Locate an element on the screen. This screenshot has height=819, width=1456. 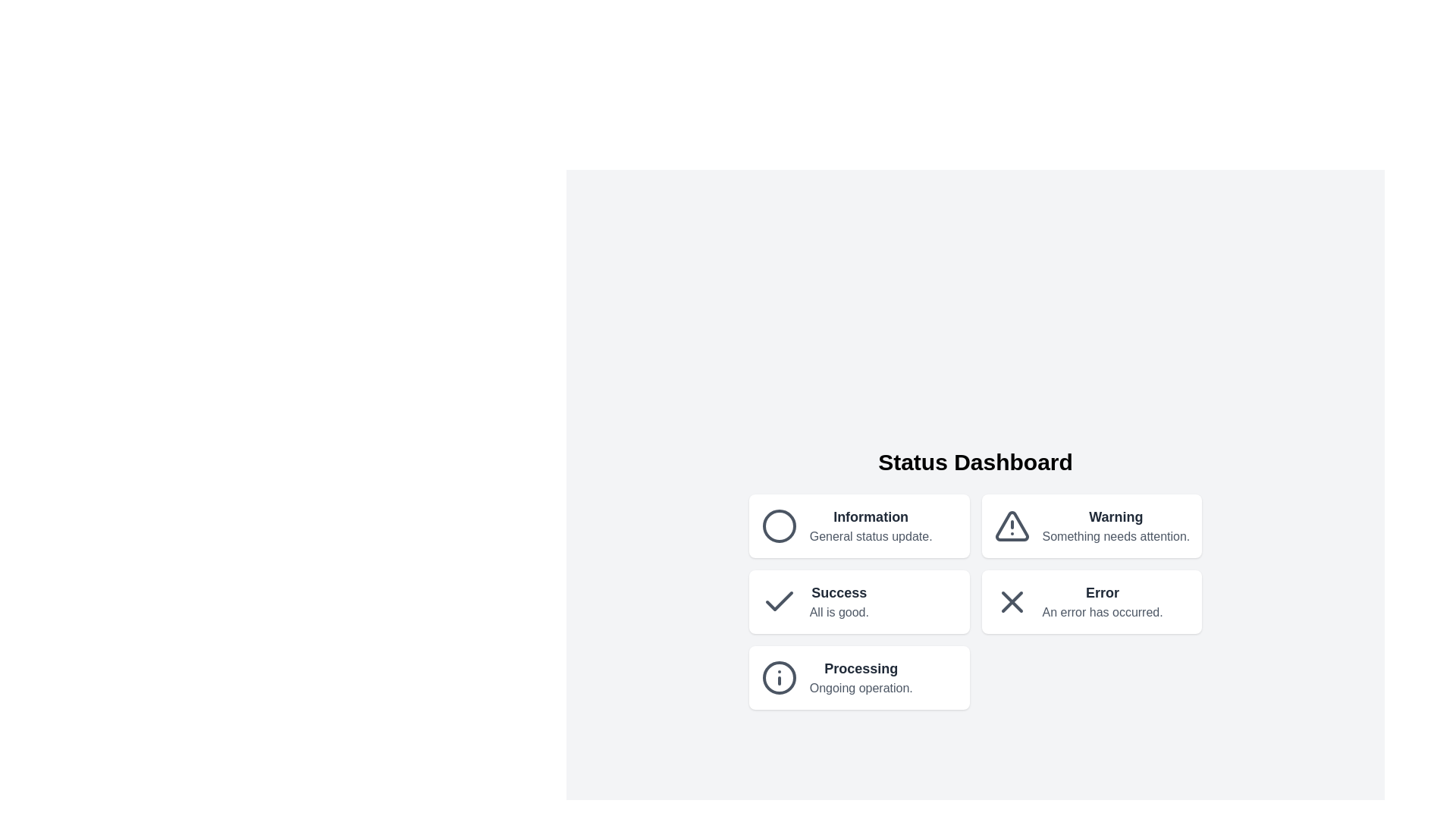
the information icon represented as a circular shape within the 'Processing' category in the bottom-left section of the dashboard is located at coordinates (779, 677).